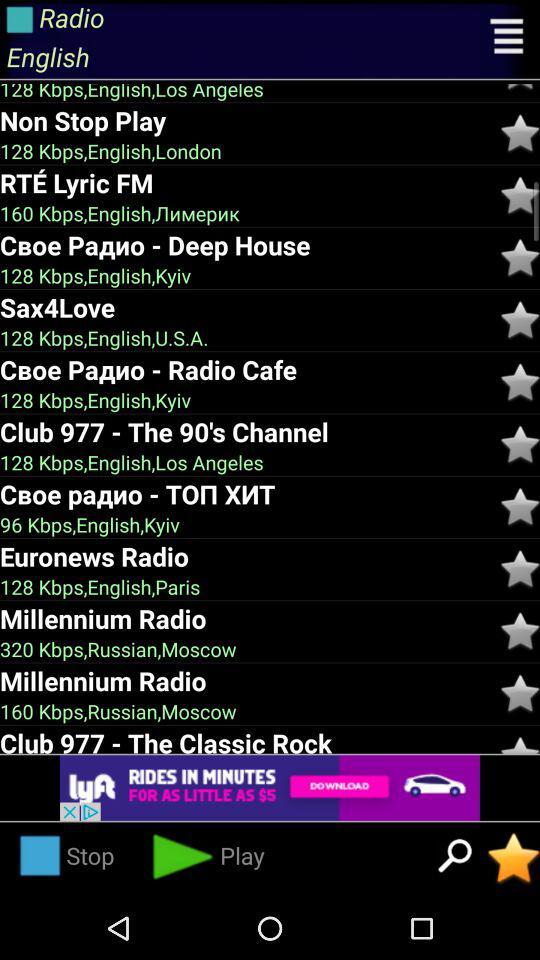 This screenshot has width=540, height=960. What do you see at coordinates (270, 788) in the screenshot?
I see `advertisement area` at bounding box center [270, 788].